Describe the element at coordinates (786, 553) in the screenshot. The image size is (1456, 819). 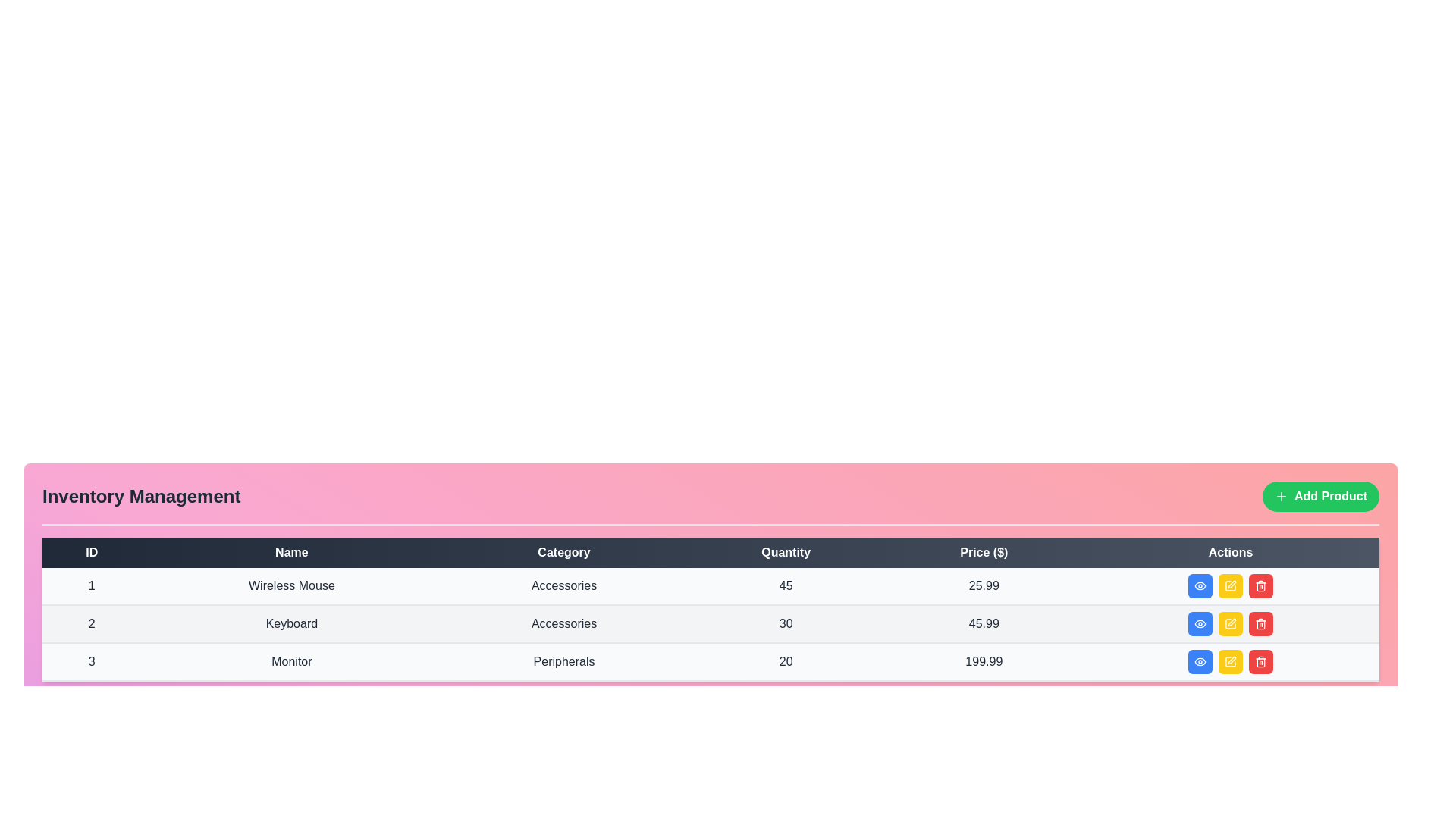
I see `the 'Quantity' text label, which is the fourth column header in a table layout, displaying white text on a dark background` at that location.